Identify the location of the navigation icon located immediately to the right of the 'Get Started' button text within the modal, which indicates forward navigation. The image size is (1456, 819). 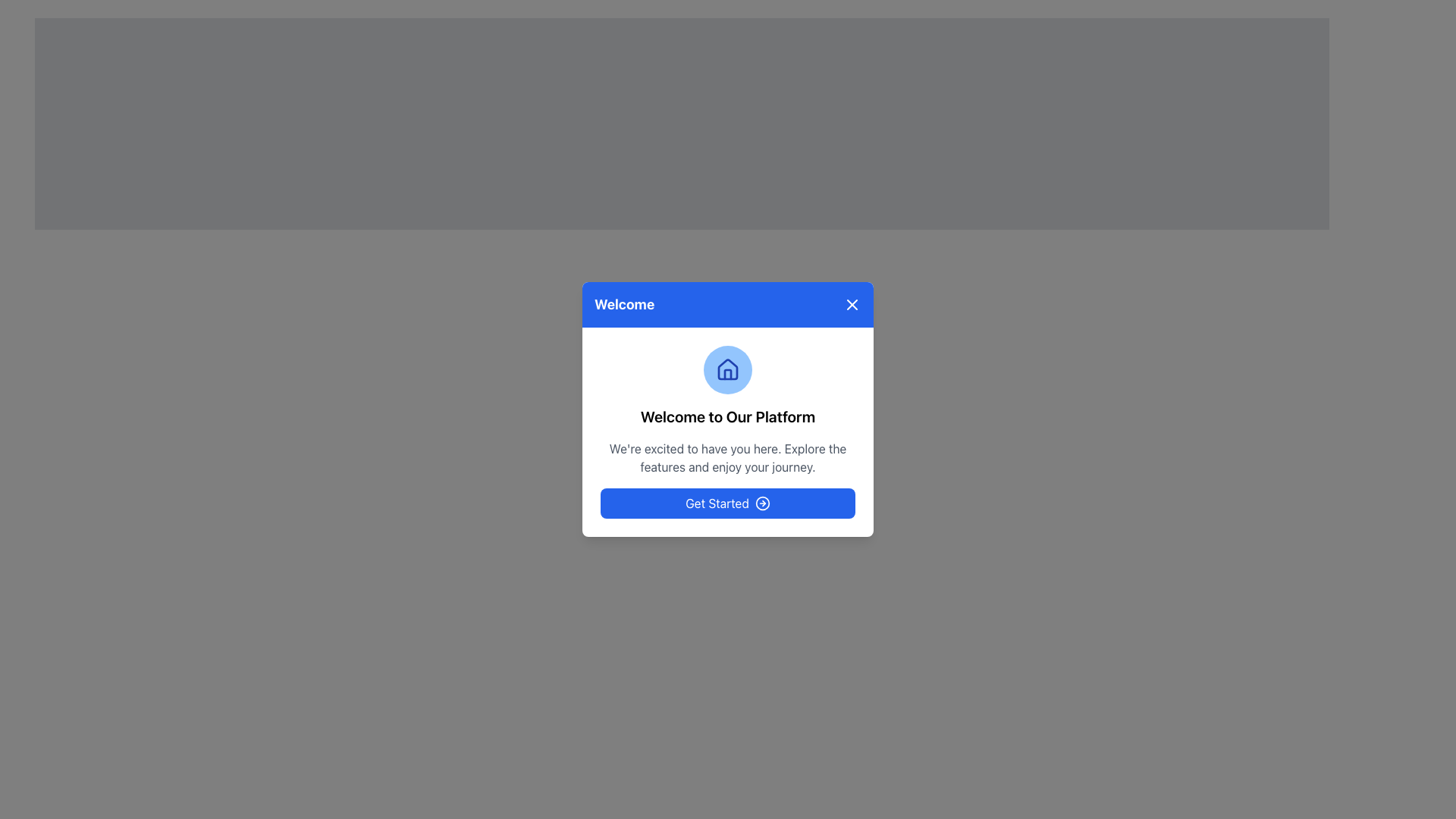
(762, 503).